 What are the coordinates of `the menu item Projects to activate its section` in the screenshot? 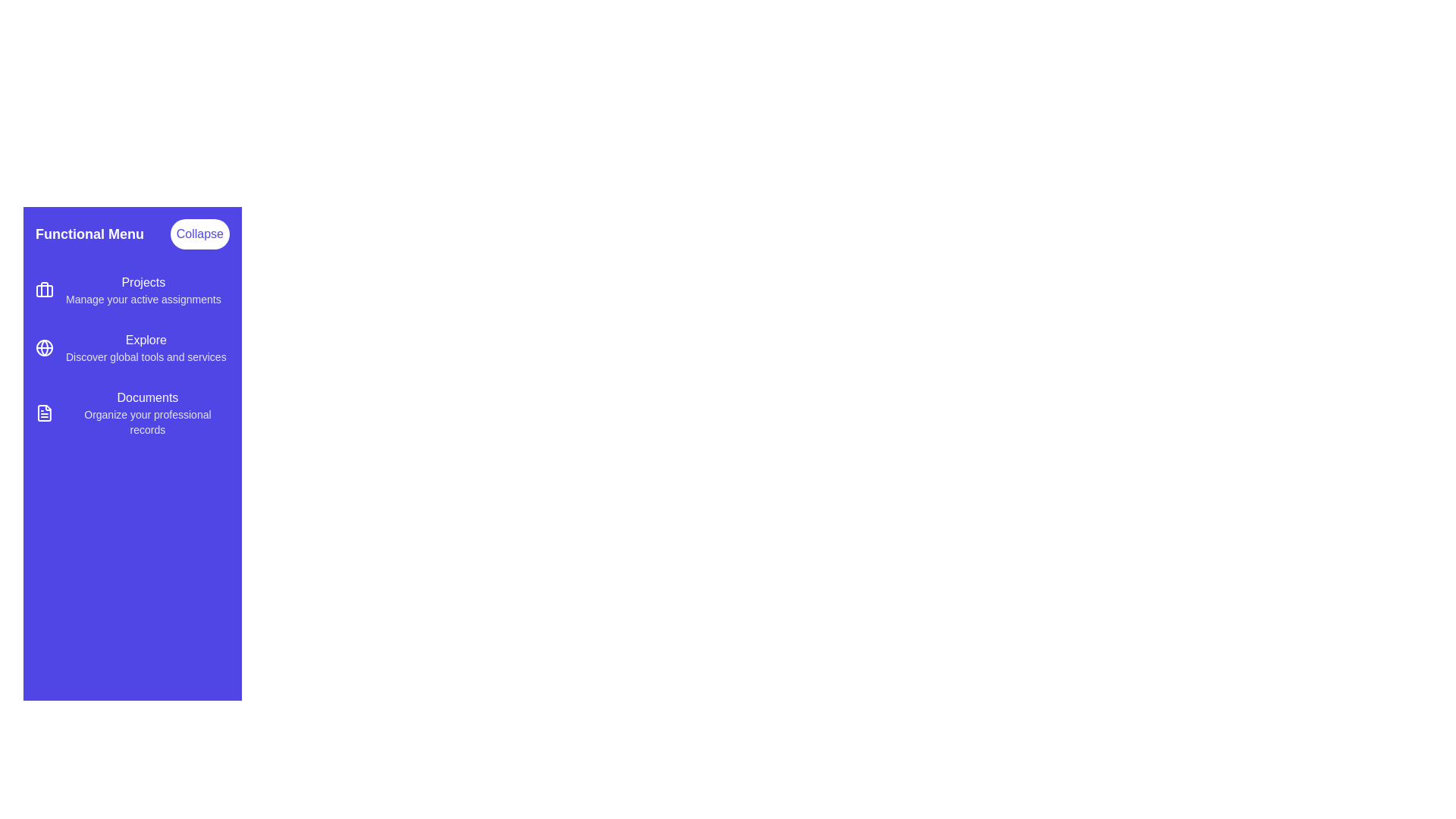 It's located at (132, 290).